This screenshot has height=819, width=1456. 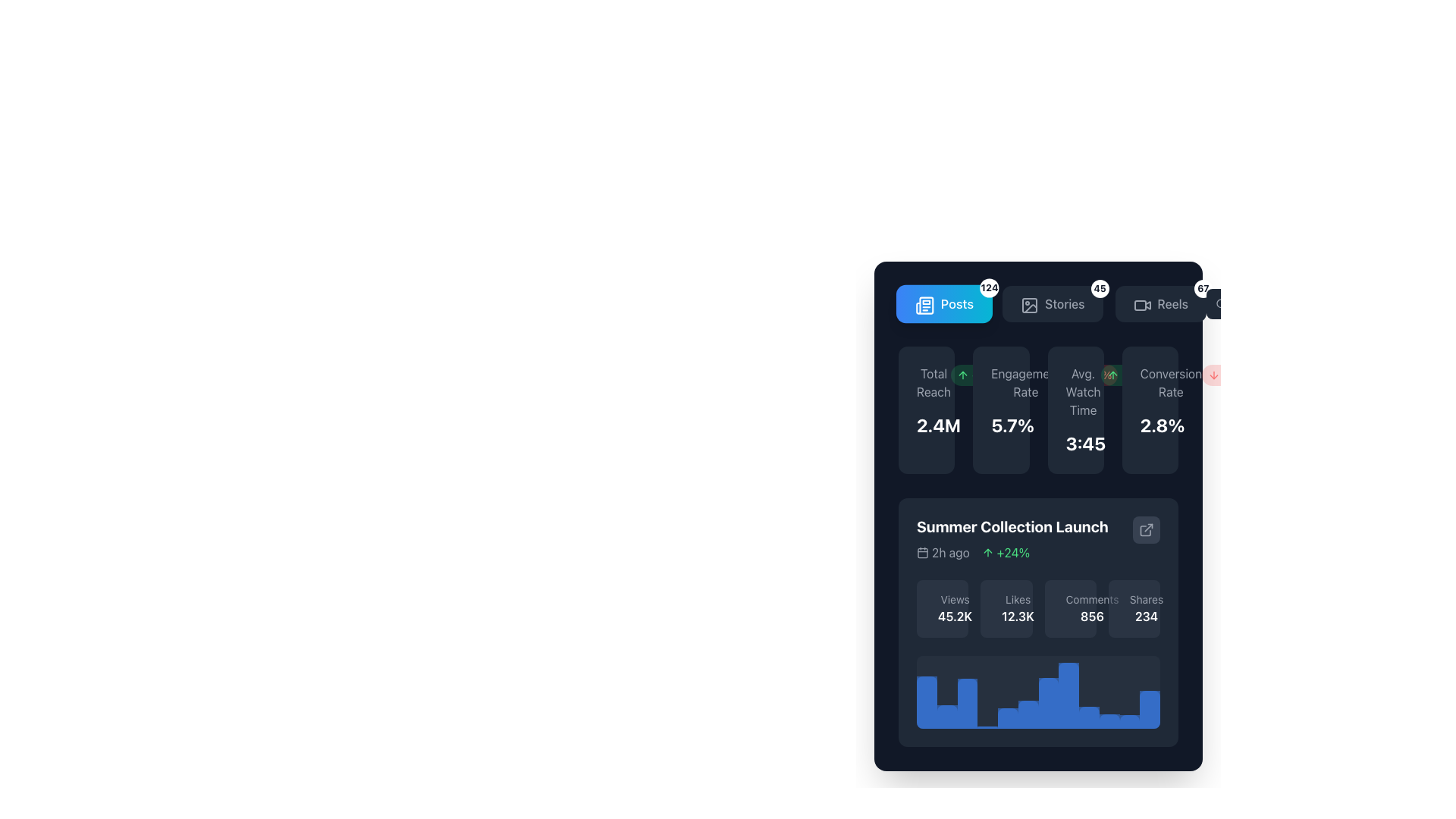 I want to click on value displayed in the text label that shows '3:45', which is positioned under the label 'Avg. Watch Time' and to the right of the indicator showing '+12.5%', so click(x=1075, y=444).